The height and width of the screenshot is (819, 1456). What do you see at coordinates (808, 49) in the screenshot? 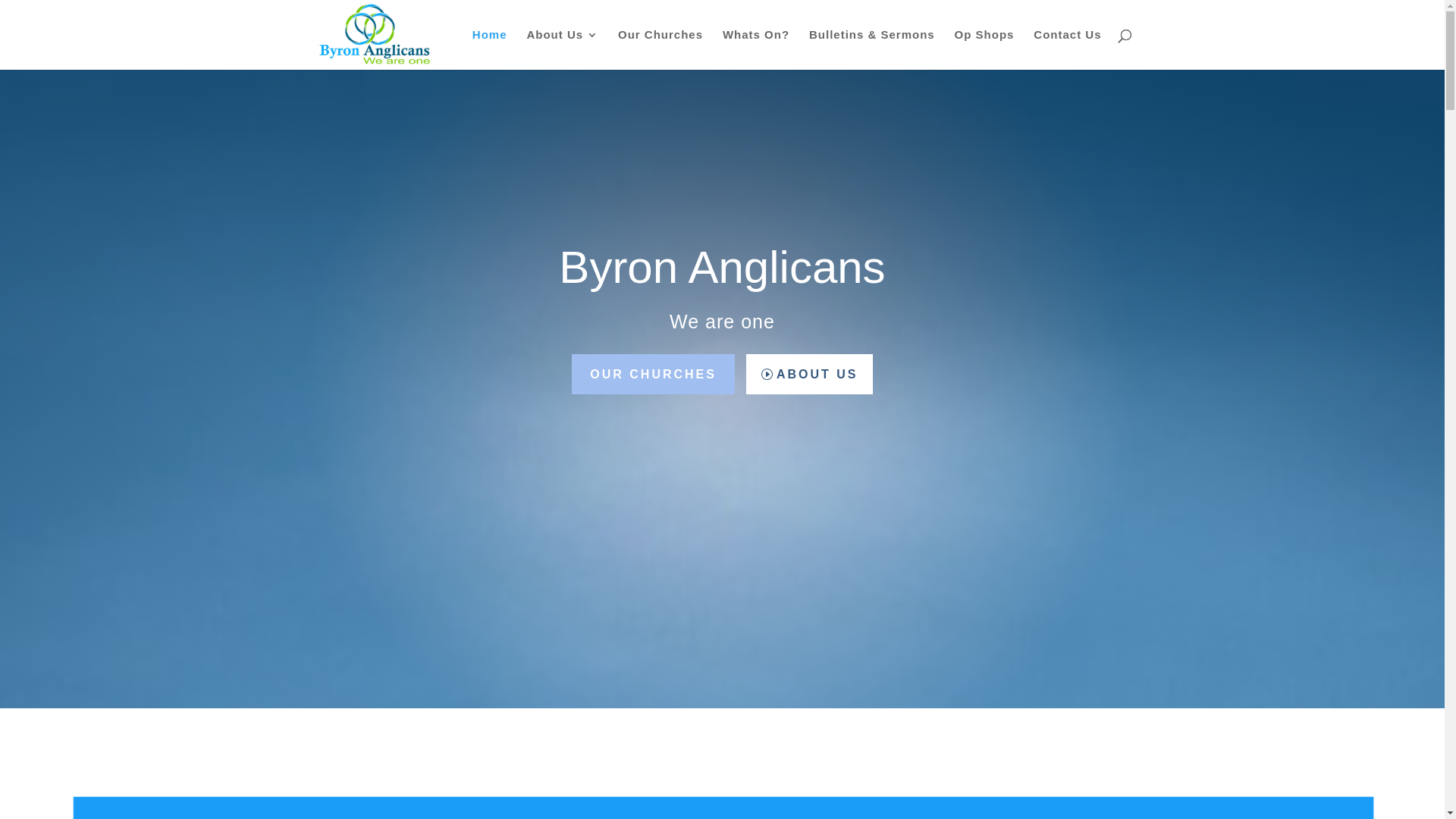
I see `'Bulletins & Sermons'` at bounding box center [808, 49].